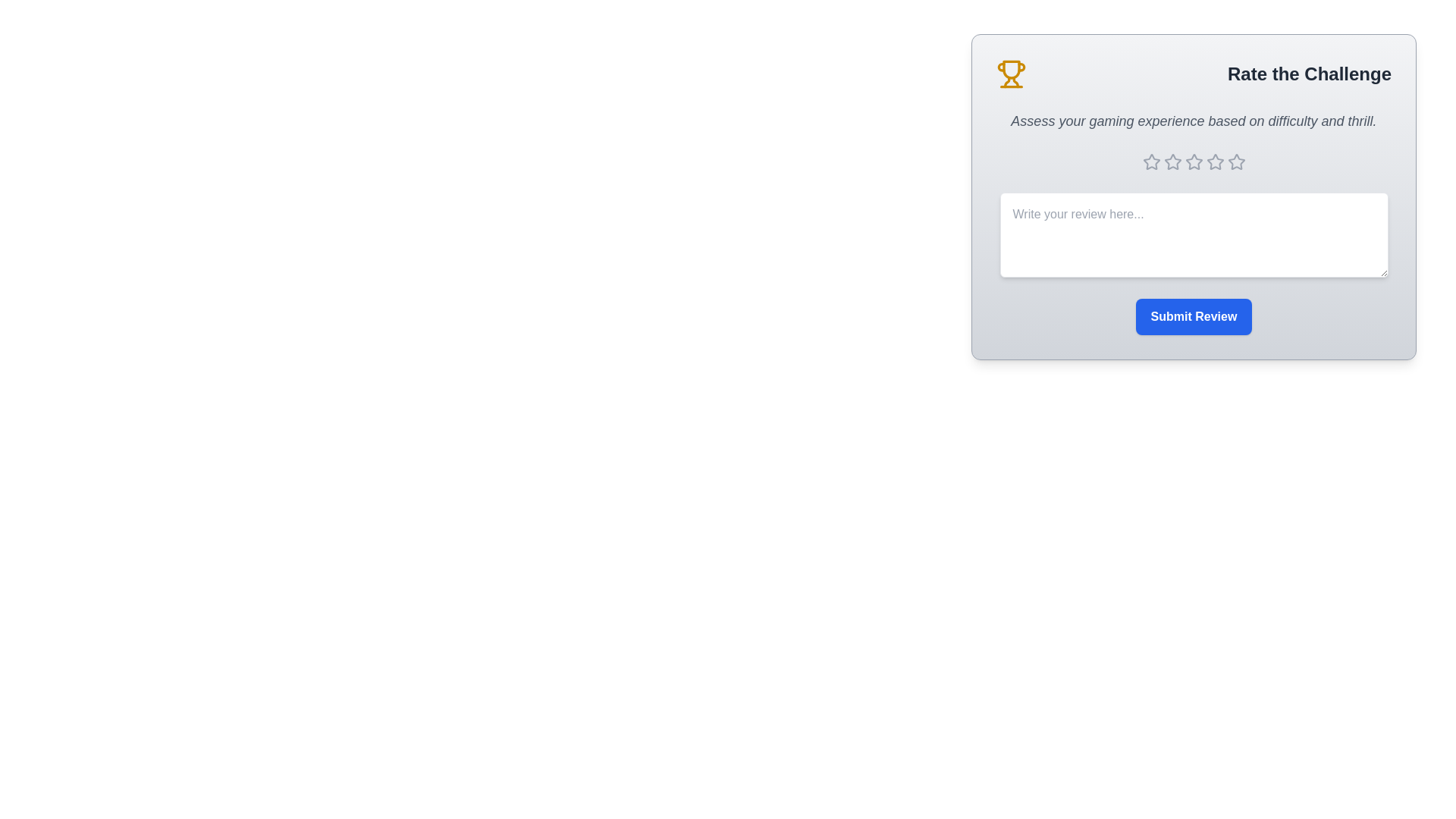 The height and width of the screenshot is (819, 1456). I want to click on the star corresponding to the desired rating 4, so click(1215, 162).